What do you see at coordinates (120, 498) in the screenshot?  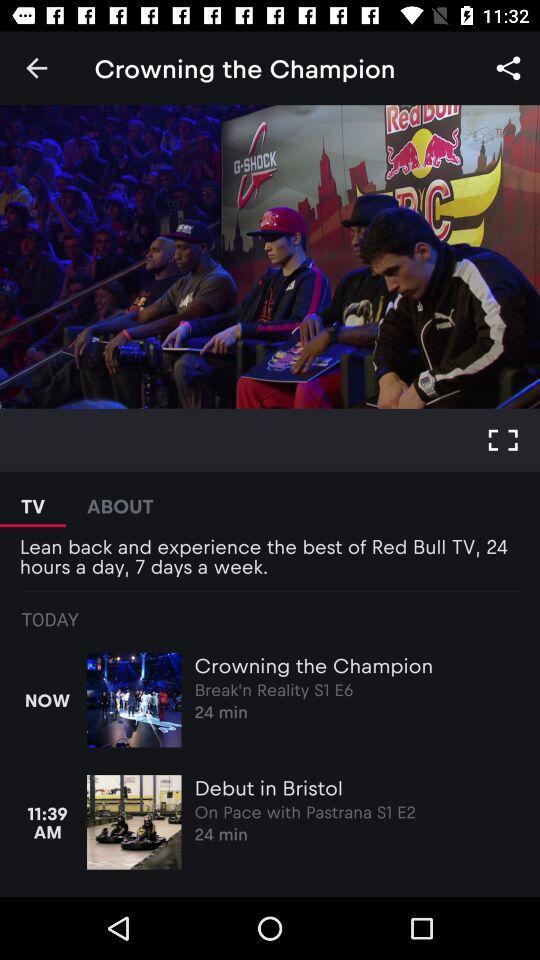 I see `about  which is on right side of tv` at bounding box center [120, 498].